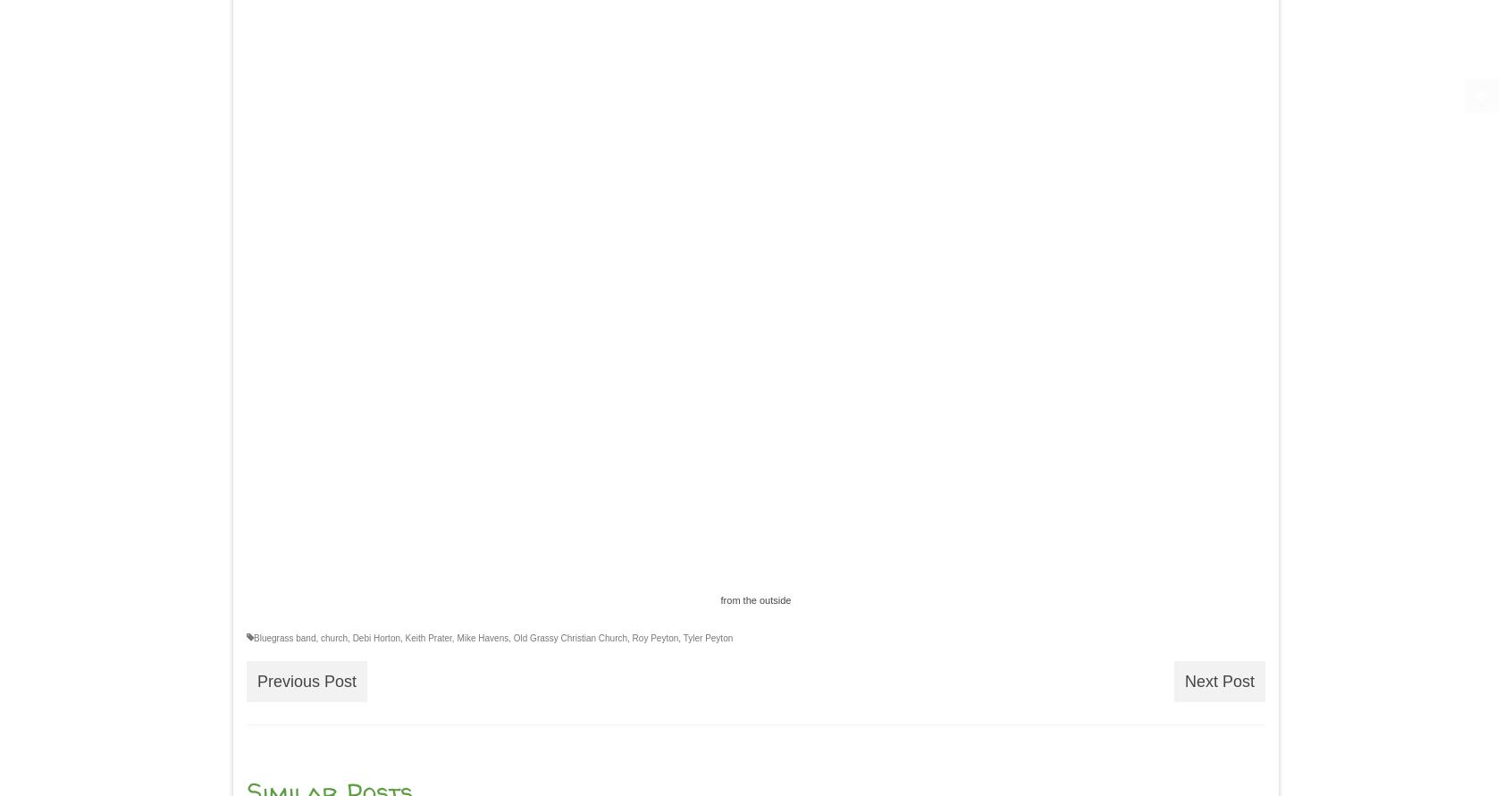 Image resolution: width=1512 pixels, height=796 pixels. I want to click on 'Next Post', so click(1219, 680).